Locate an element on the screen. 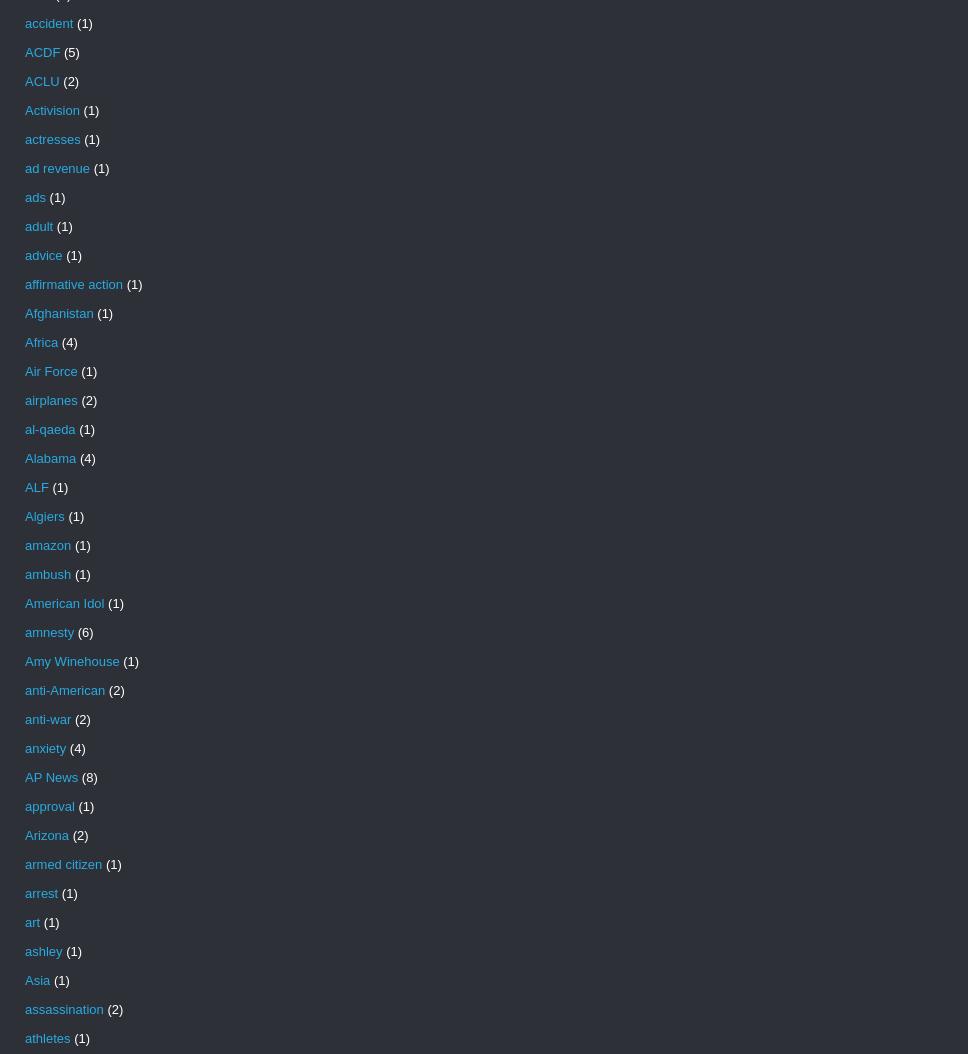 The image size is (968, 1054). 'ads' is located at coordinates (24, 196).